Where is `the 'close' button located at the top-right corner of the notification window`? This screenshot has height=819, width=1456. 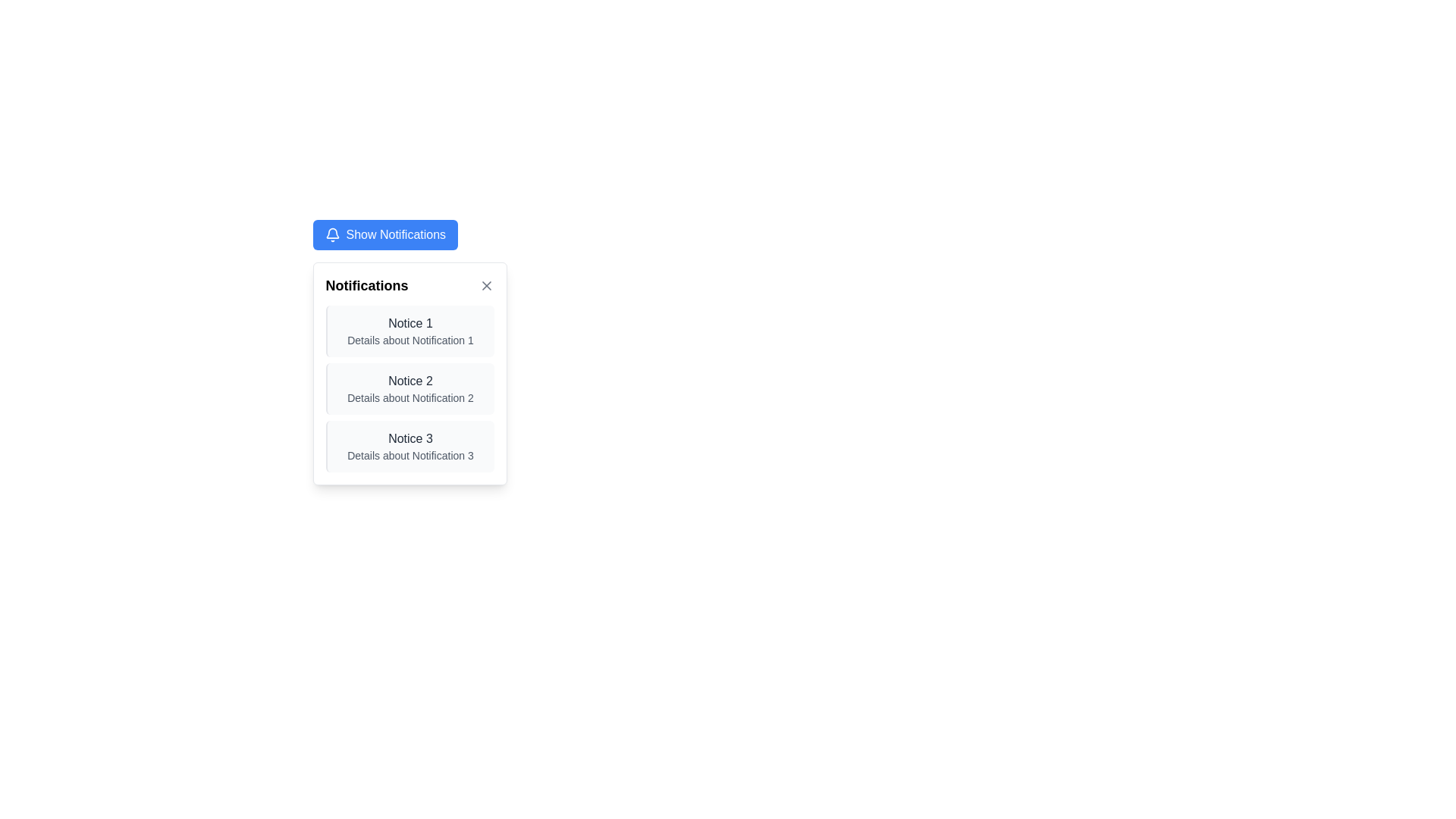
the 'close' button located at the top-right corner of the notification window is located at coordinates (486, 286).